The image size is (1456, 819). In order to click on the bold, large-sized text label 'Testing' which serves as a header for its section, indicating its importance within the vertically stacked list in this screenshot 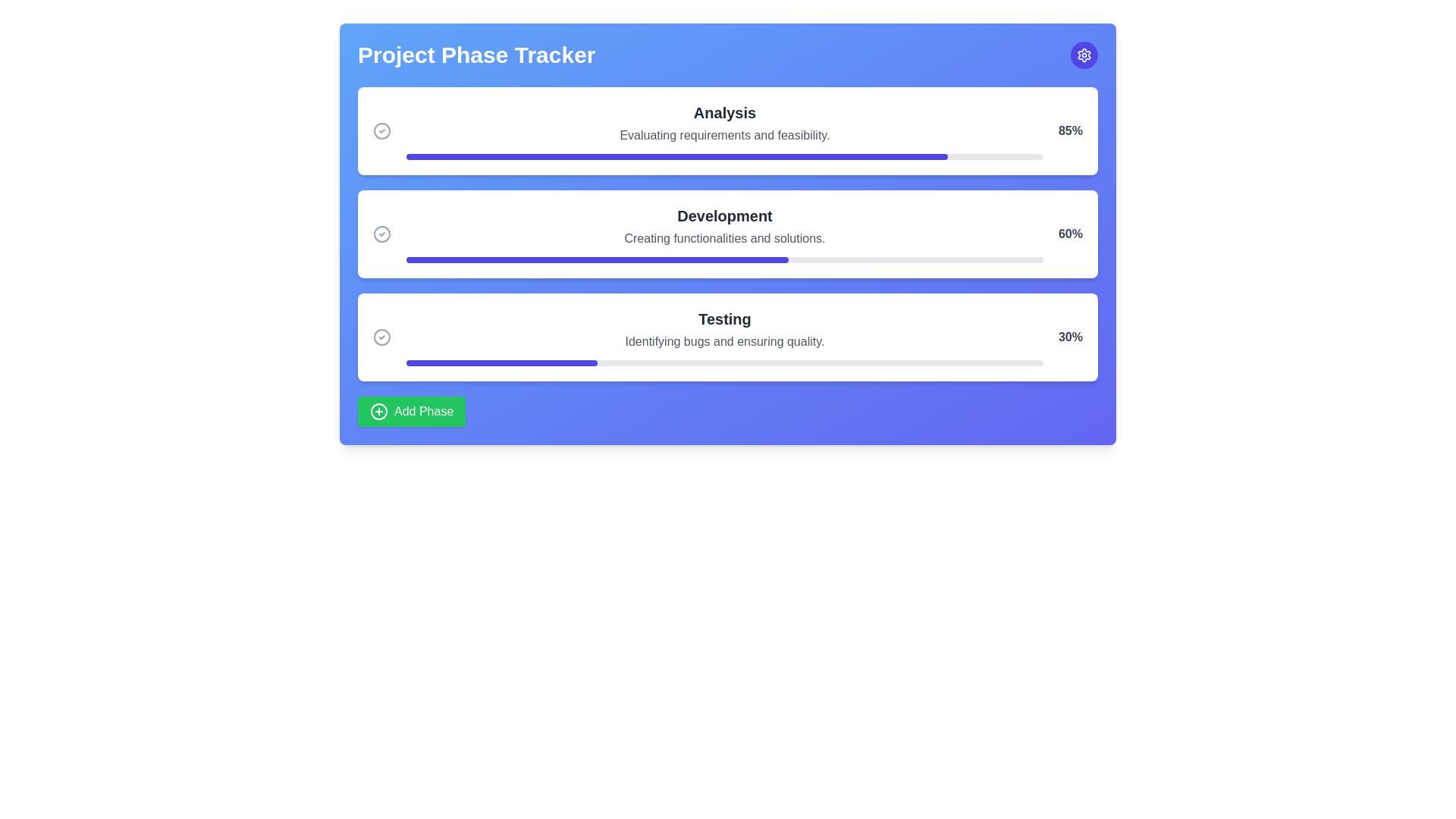, I will do `click(723, 318)`.